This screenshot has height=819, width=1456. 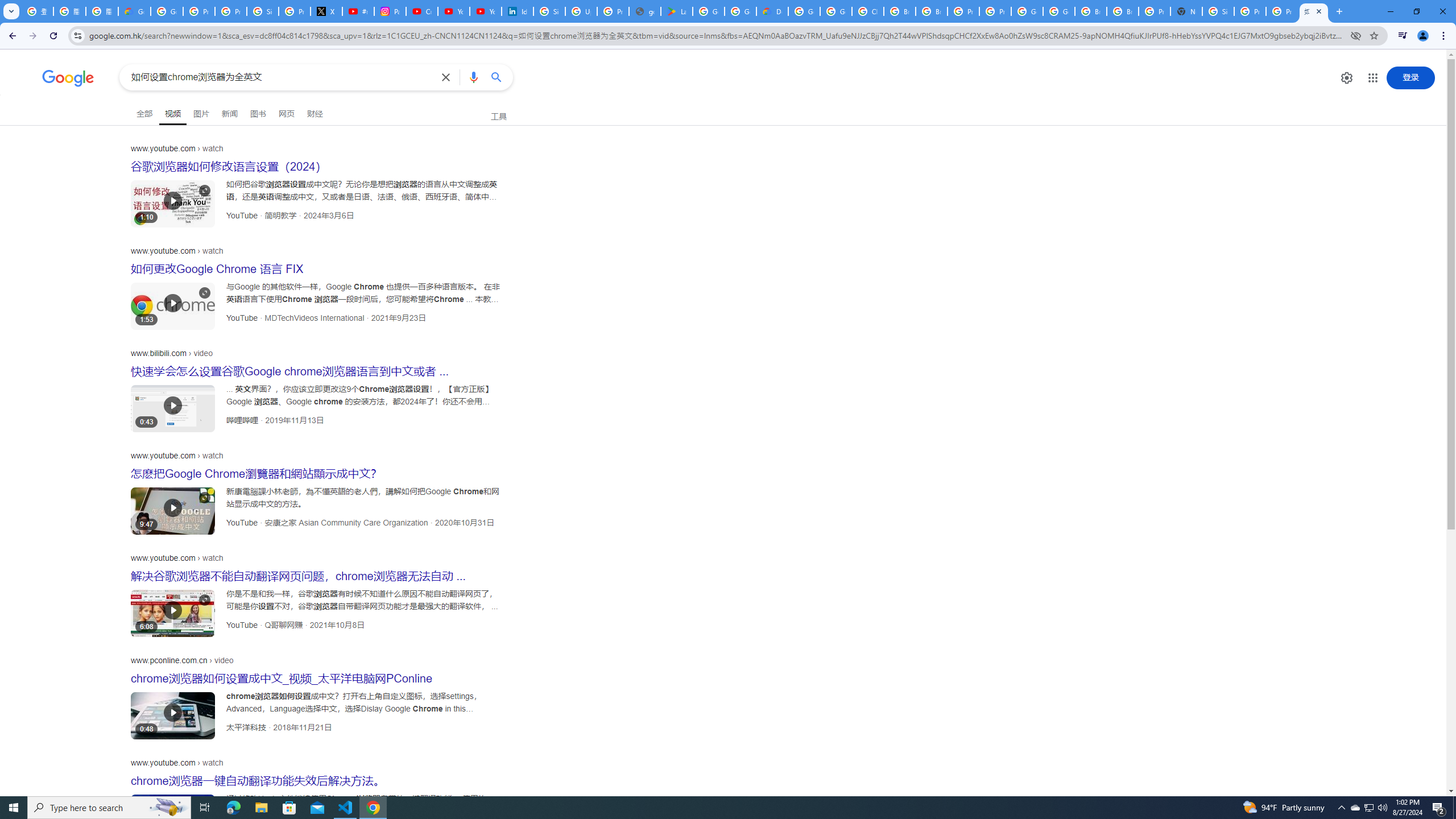 What do you see at coordinates (485, 11) in the screenshot?
I see `'YouTube Culture & Trends - YouTube Top 10, 2021'` at bounding box center [485, 11].